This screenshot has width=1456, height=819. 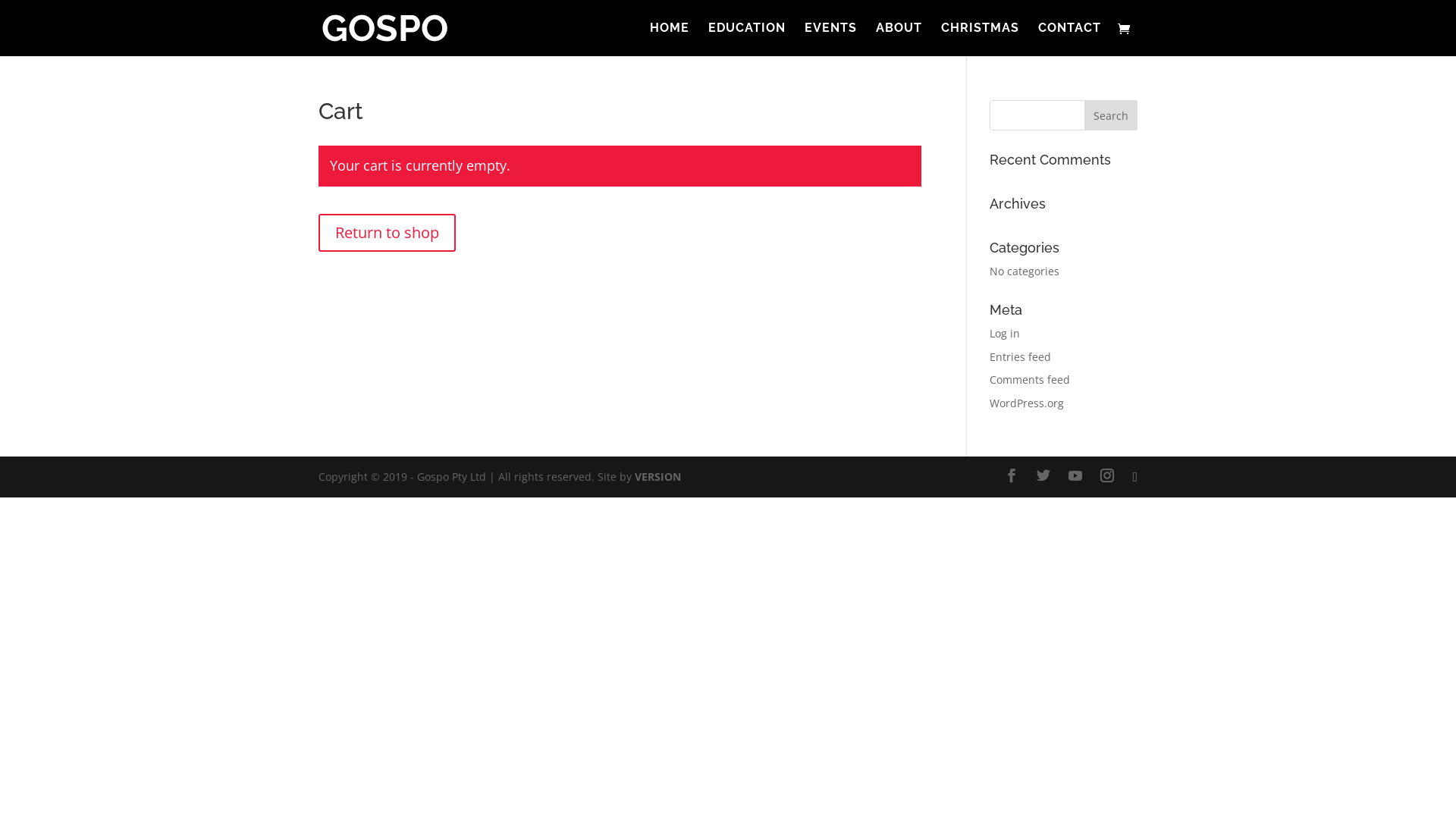 What do you see at coordinates (387, 233) in the screenshot?
I see `'Return to shop'` at bounding box center [387, 233].